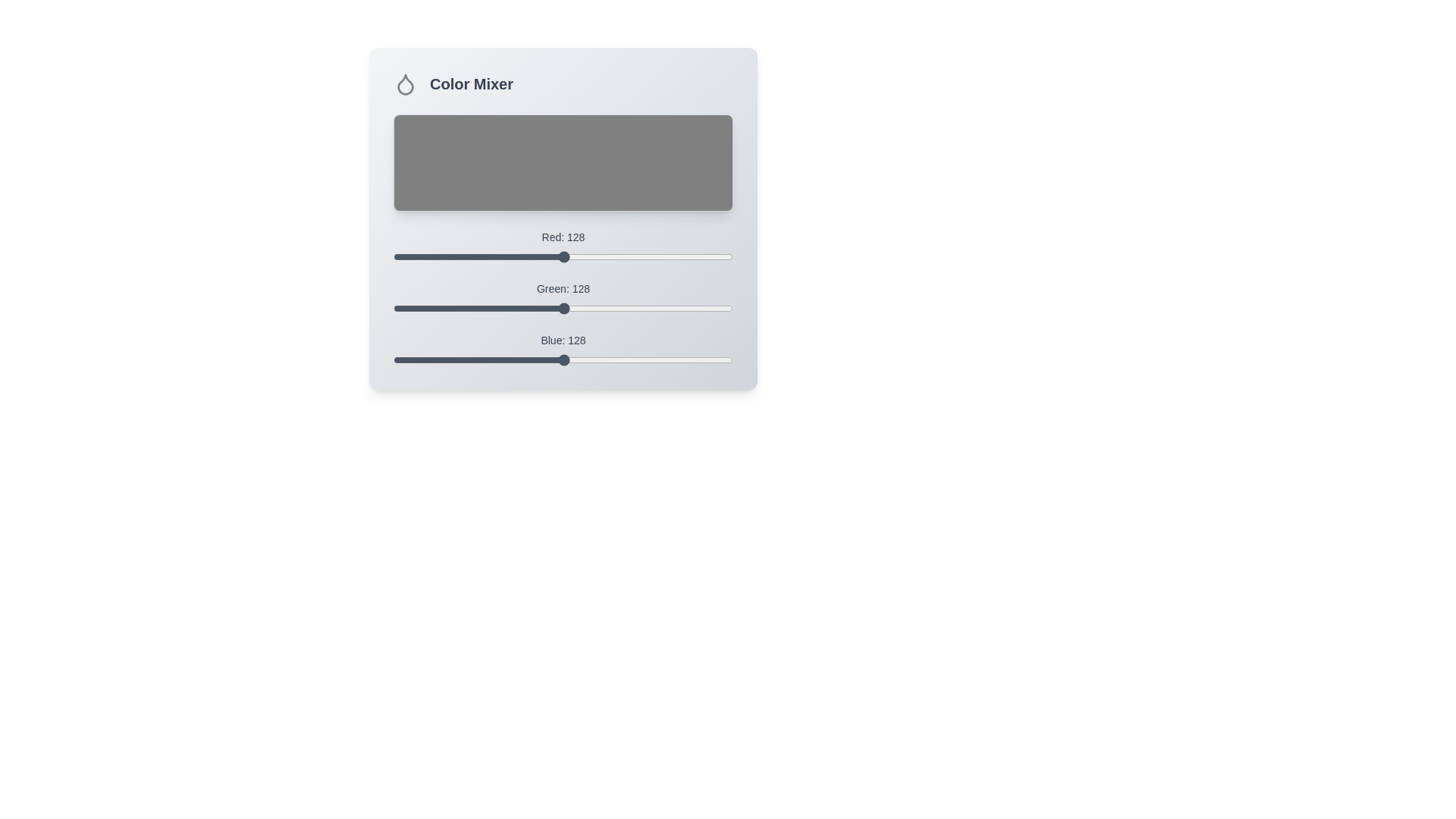 The image size is (1456, 819). I want to click on the 0 slider to 178, so click(630, 250).